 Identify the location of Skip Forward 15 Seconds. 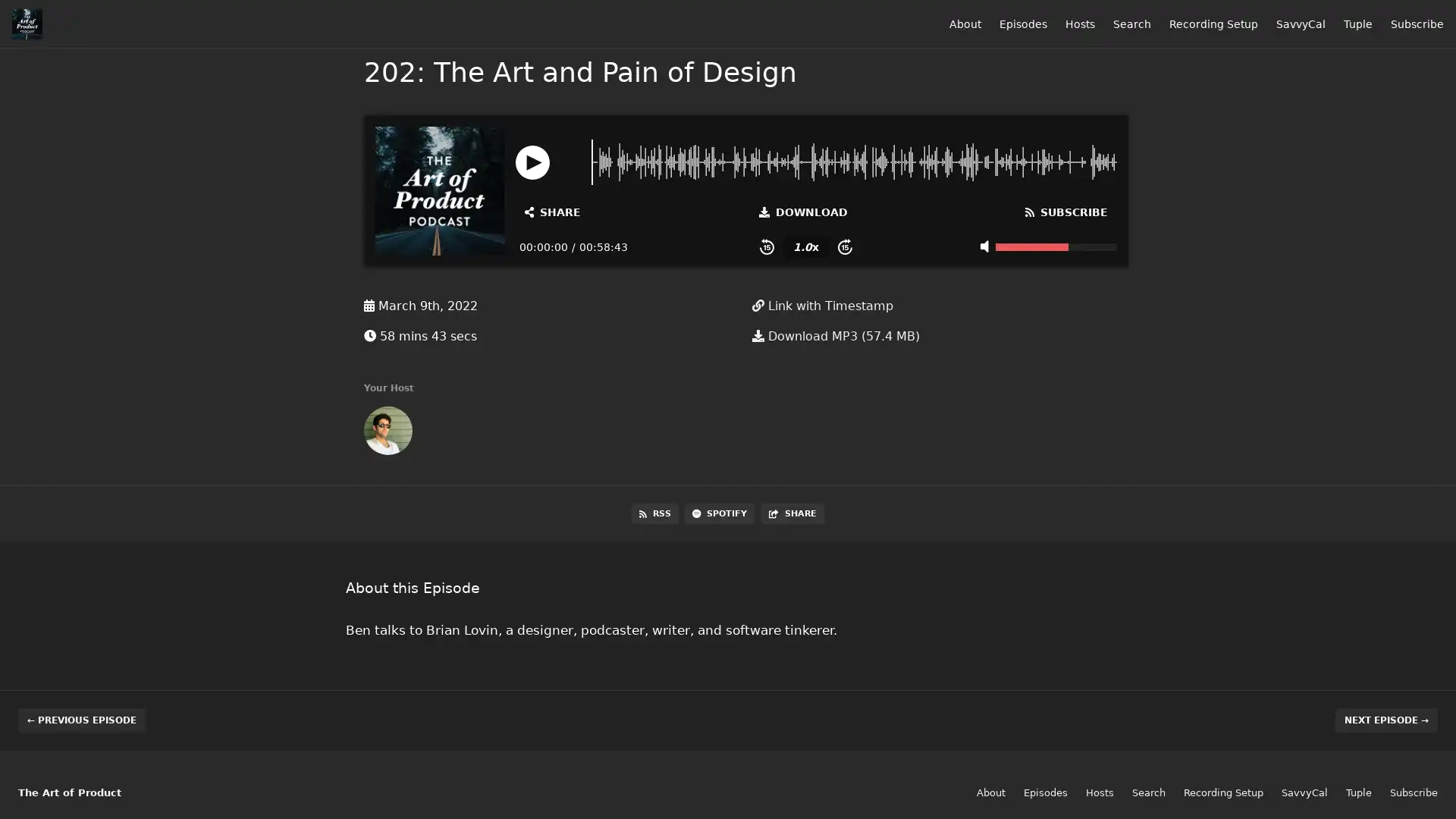
(844, 245).